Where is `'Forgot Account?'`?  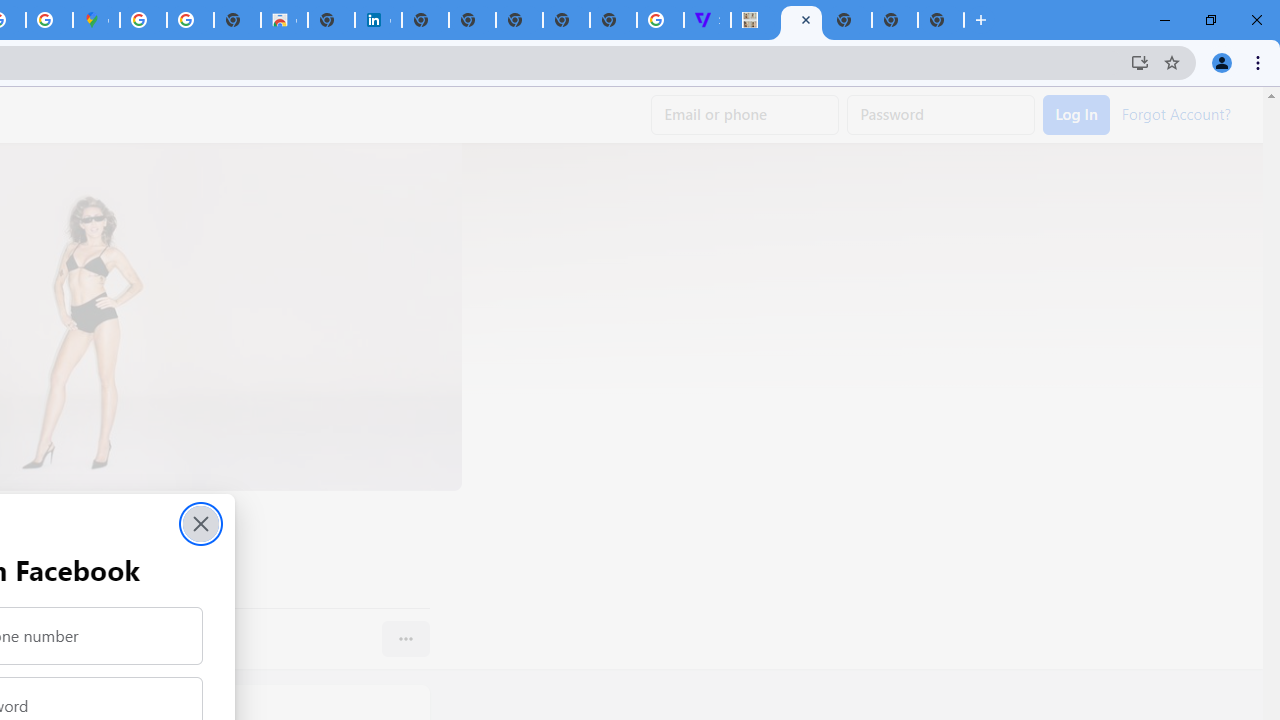 'Forgot Account?' is located at coordinates (1176, 113).